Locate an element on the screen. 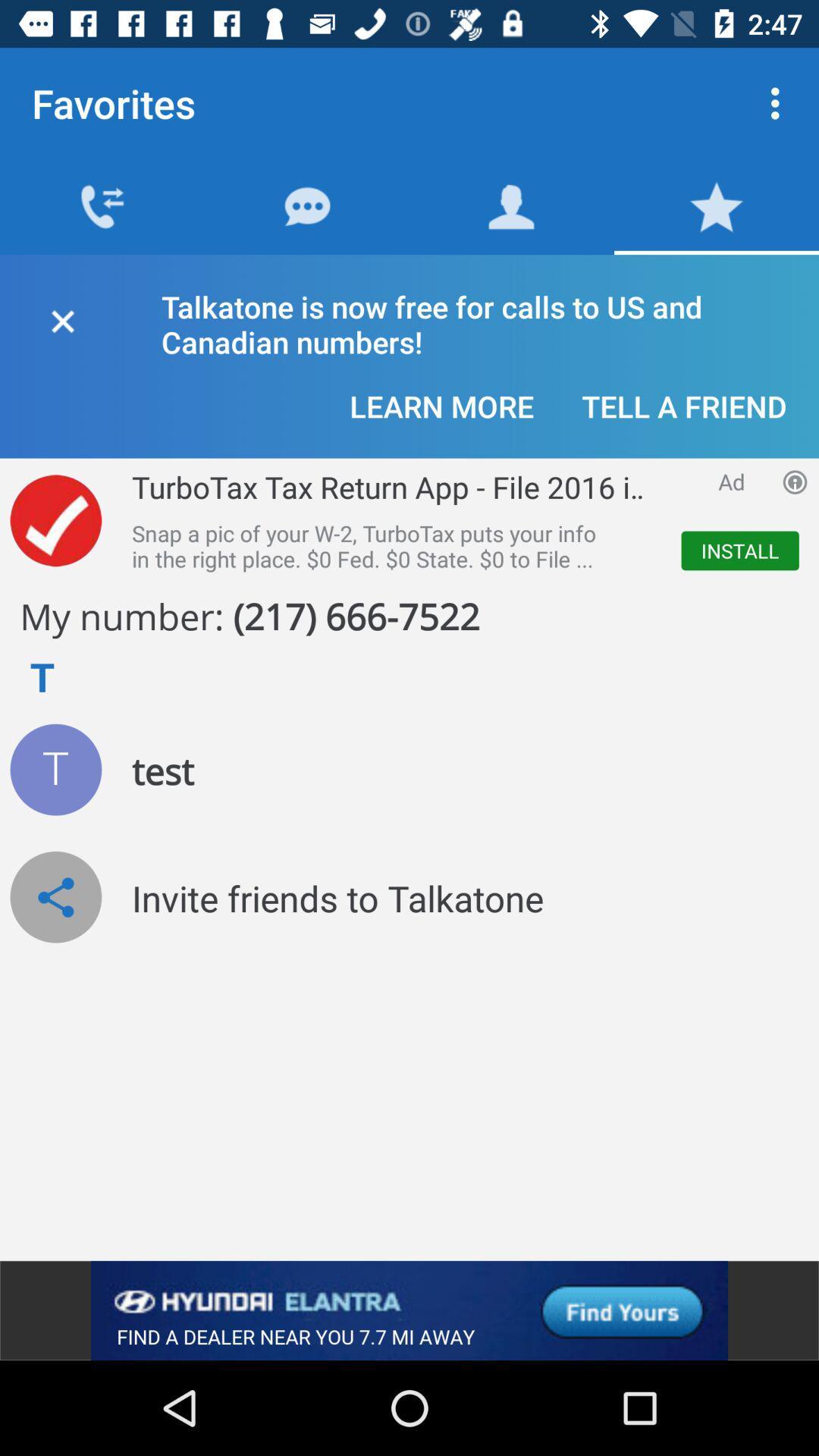  the close icon is located at coordinates (61, 318).